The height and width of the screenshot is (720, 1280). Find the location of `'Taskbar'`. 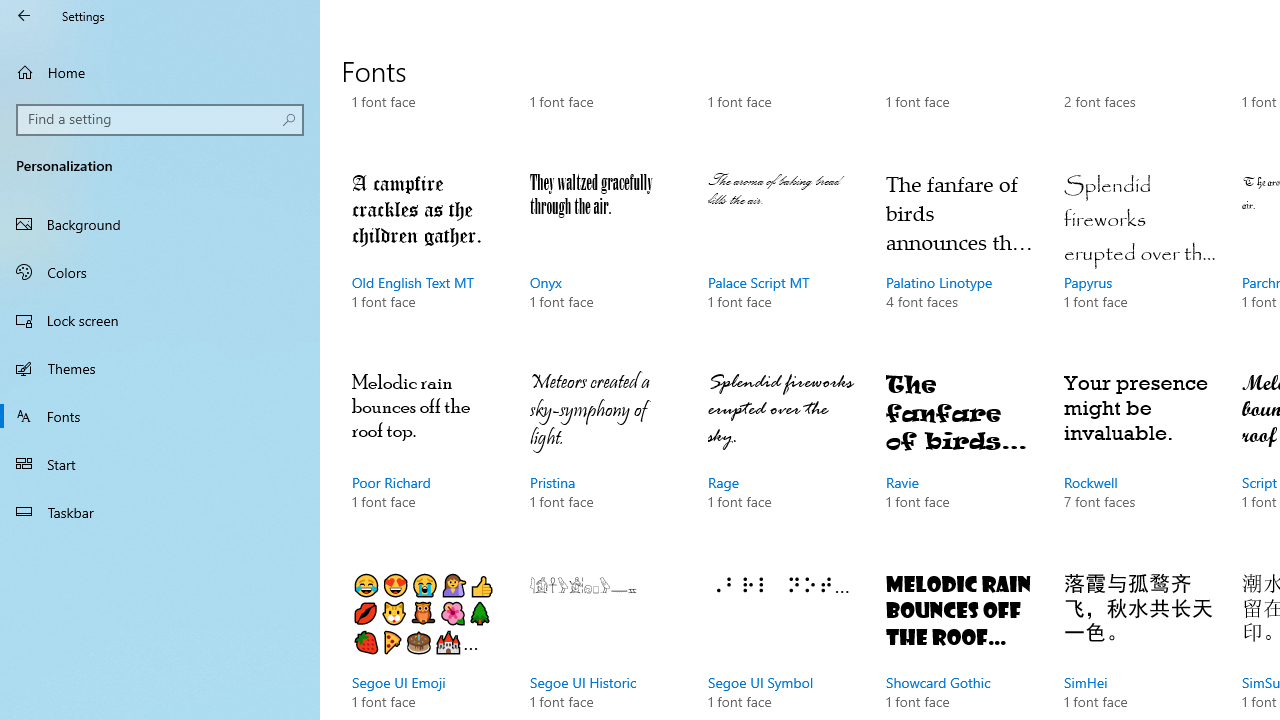

'Taskbar' is located at coordinates (160, 510).